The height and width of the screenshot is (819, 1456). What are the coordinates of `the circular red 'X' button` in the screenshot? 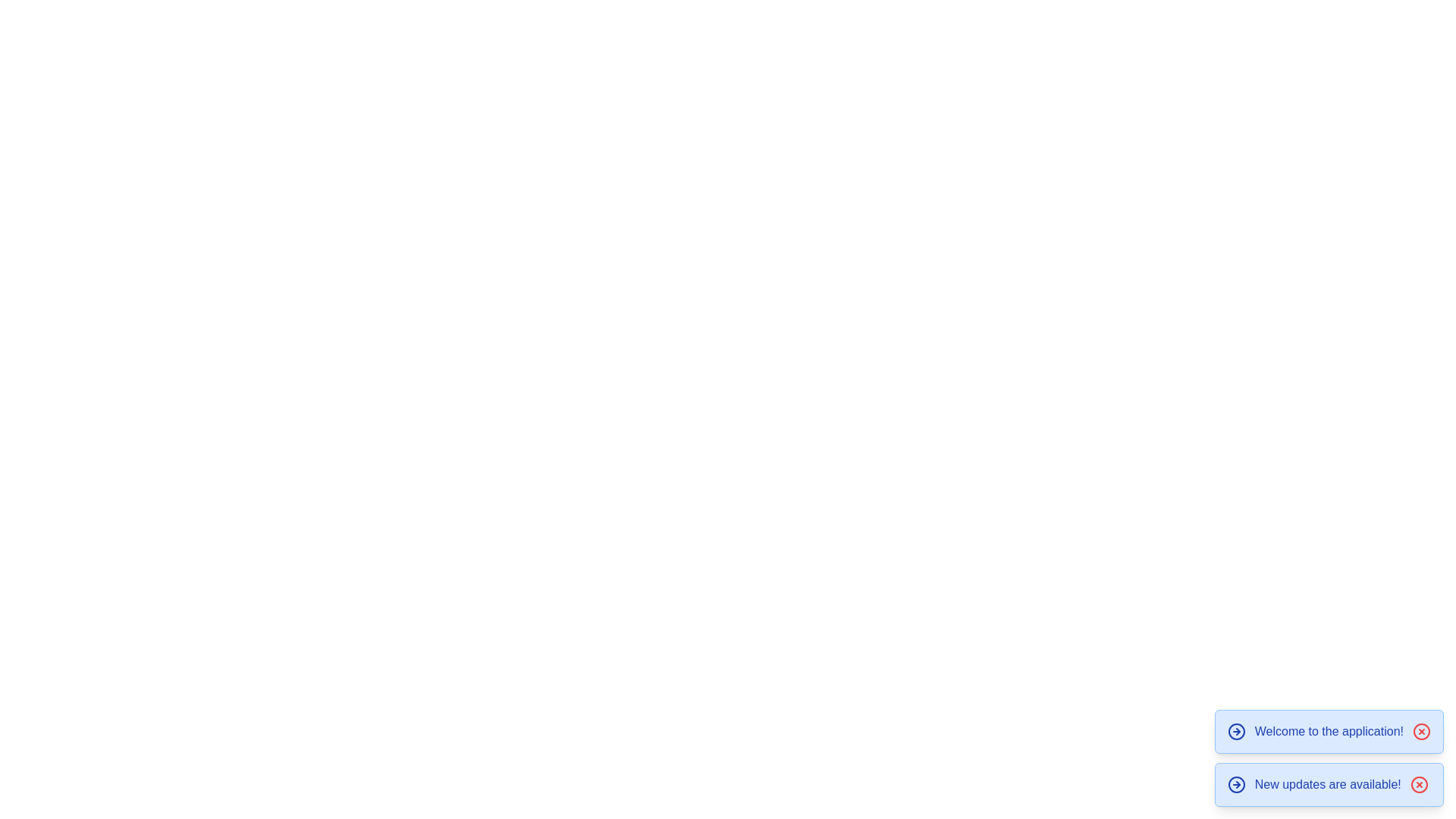 It's located at (1418, 784).